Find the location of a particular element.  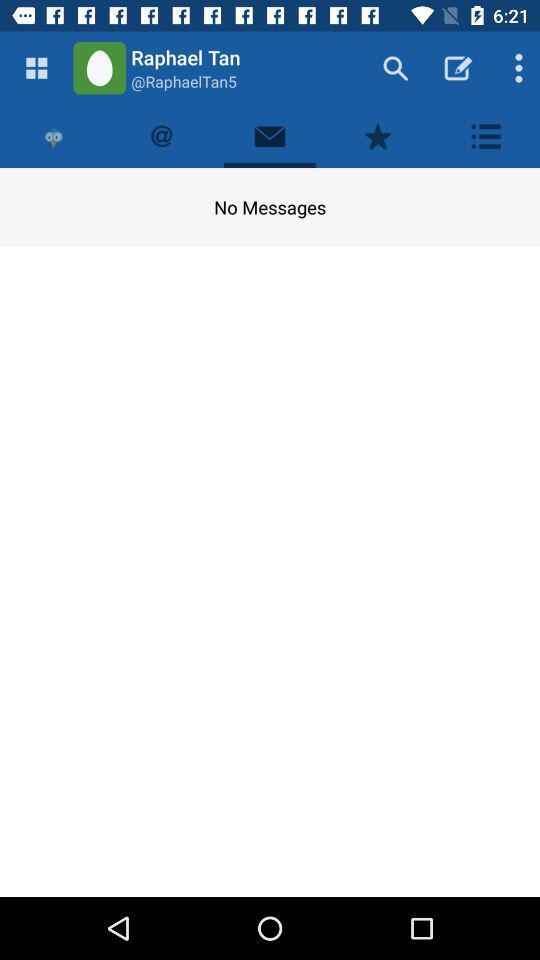

menu button is located at coordinates (36, 68).